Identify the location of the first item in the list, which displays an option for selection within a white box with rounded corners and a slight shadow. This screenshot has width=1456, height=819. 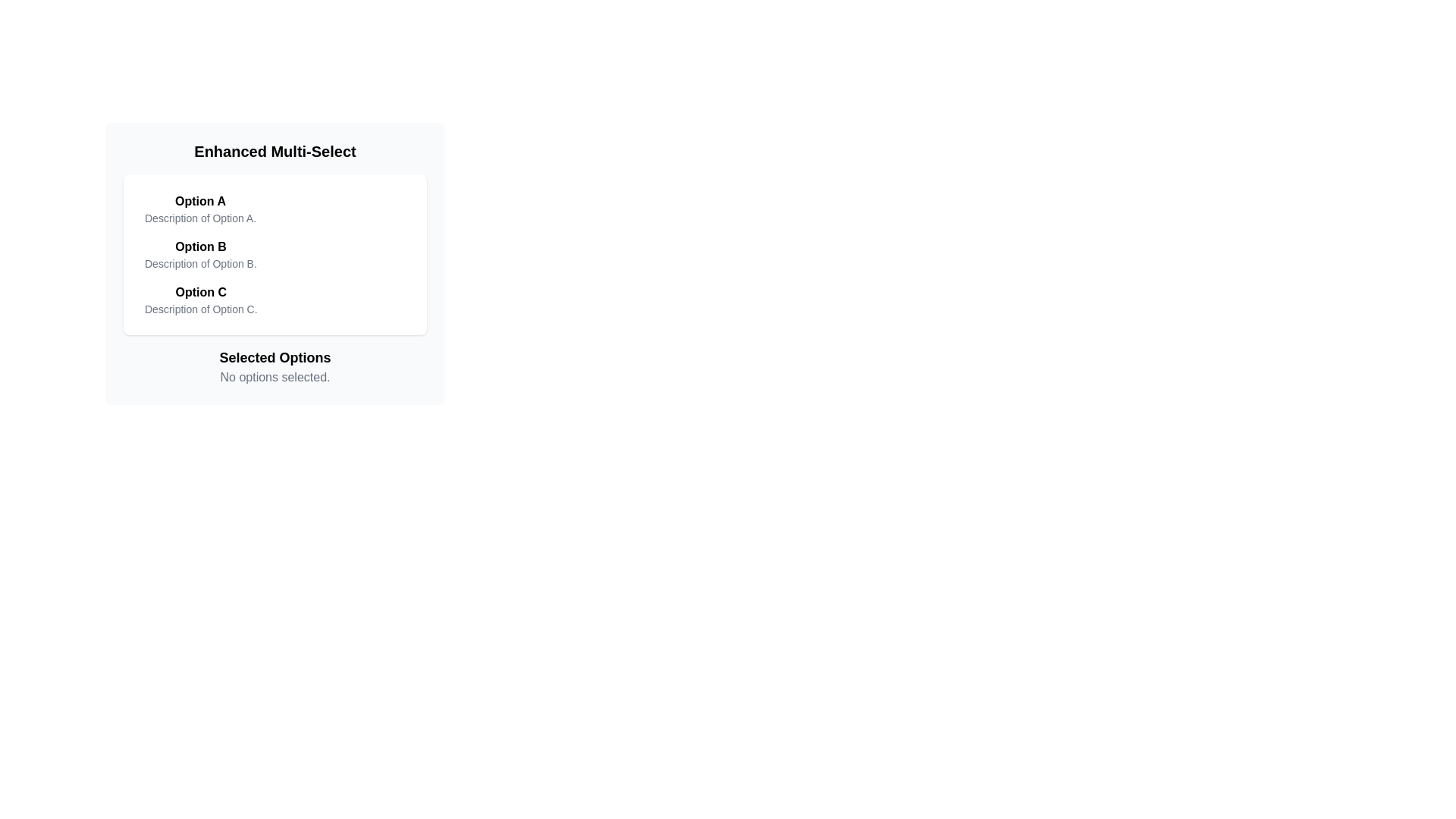
(275, 209).